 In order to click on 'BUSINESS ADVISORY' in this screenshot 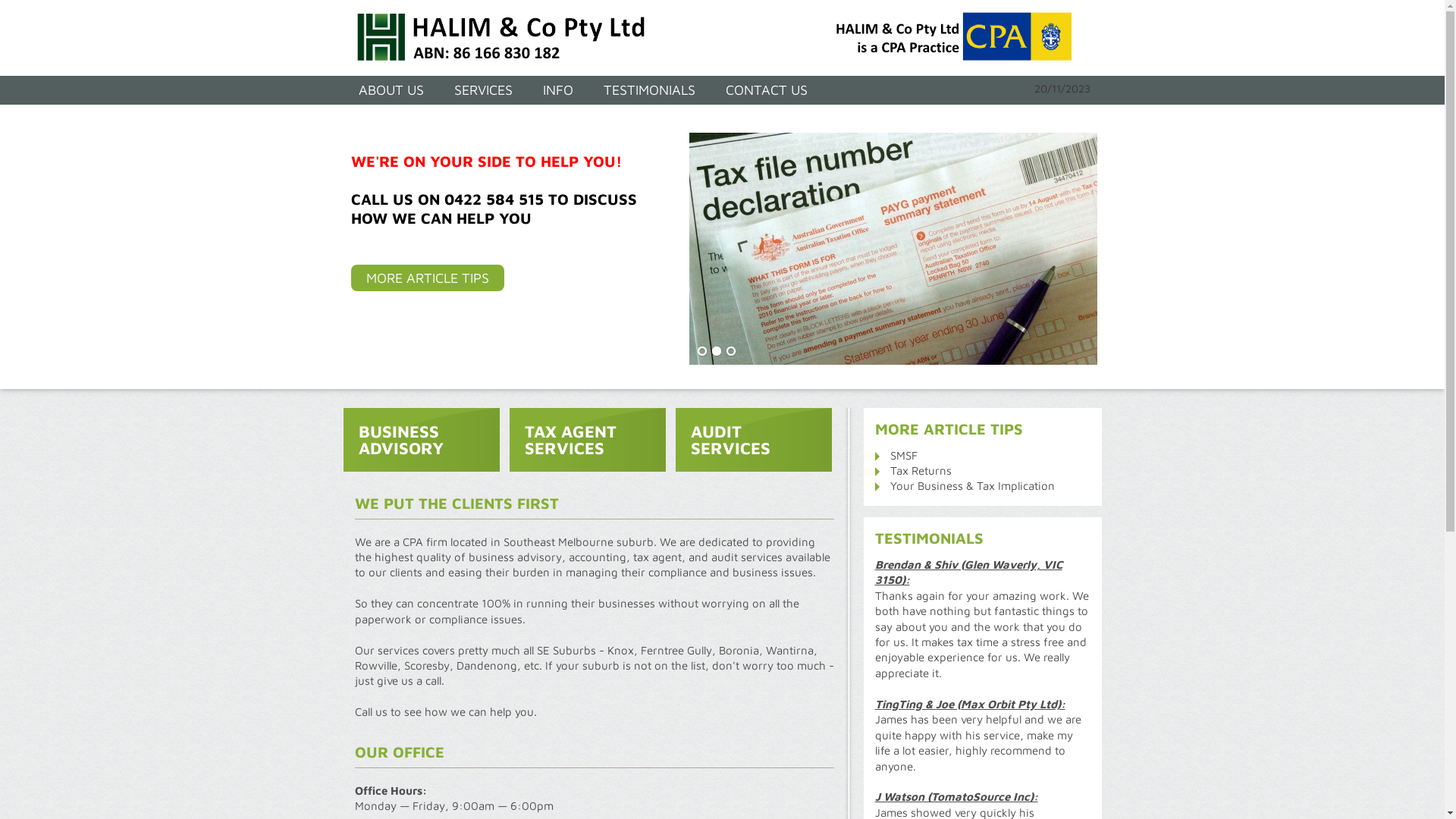, I will do `click(421, 439)`.